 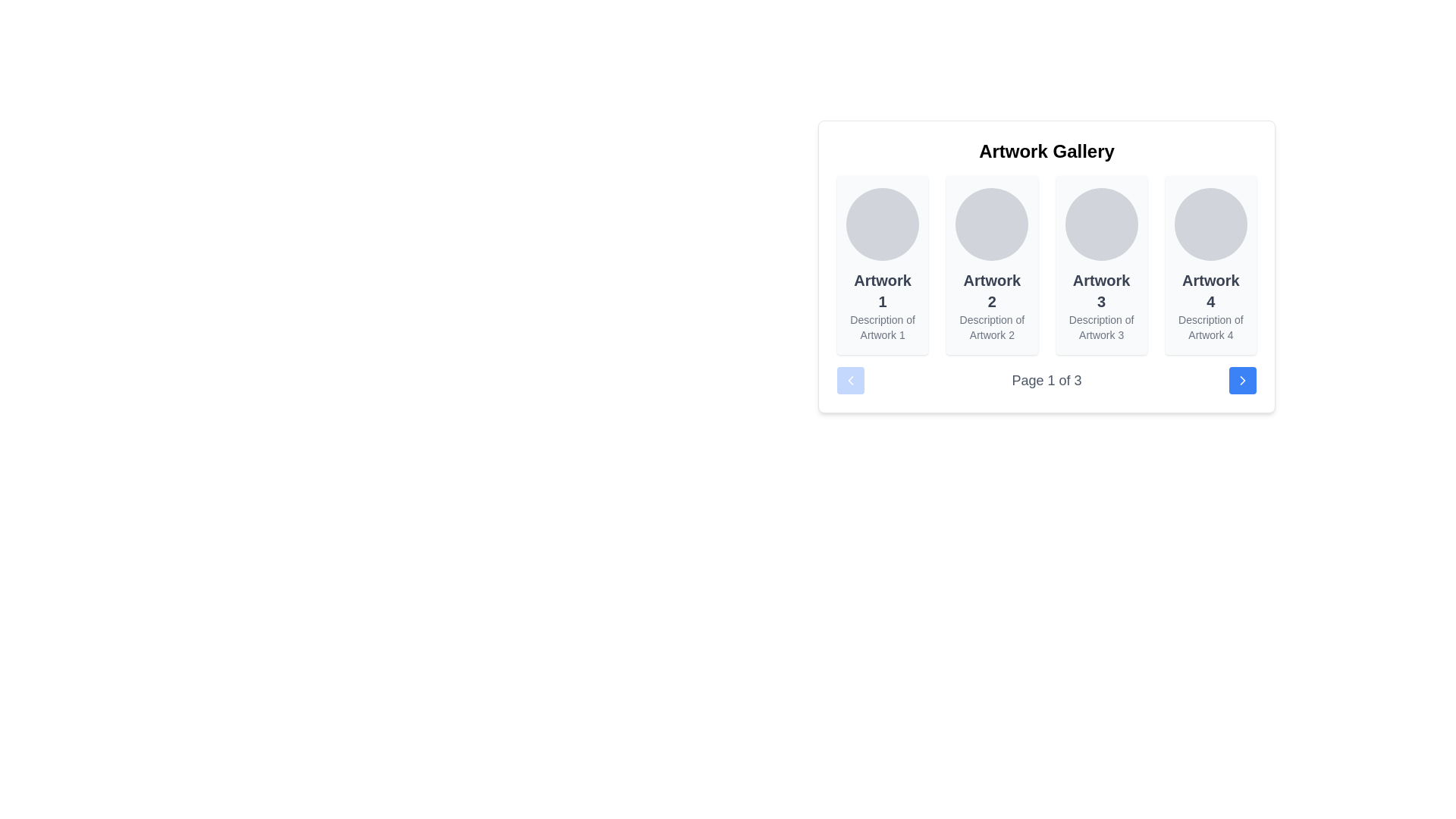 What do you see at coordinates (992, 224) in the screenshot?
I see `the circular decorative graphical element styled in pale gray, which is the topmost component in the card labeled 'Artwork 2'` at bounding box center [992, 224].